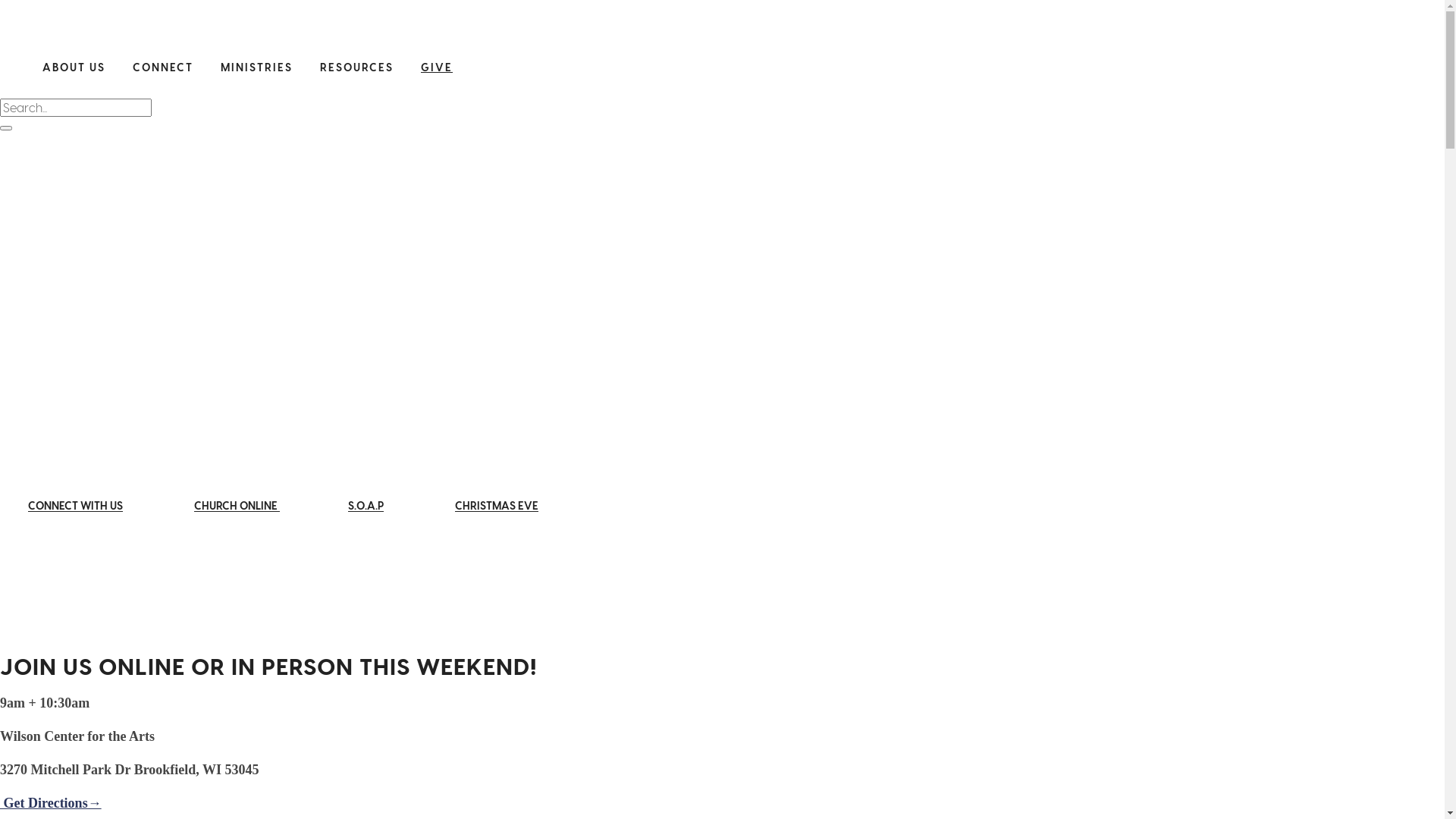 Image resolution: width=1456 pixels, height=819 pixels. Describe the element at coordinates (132, 66) in the screenshot. I see `'CONNECT'` at that location.